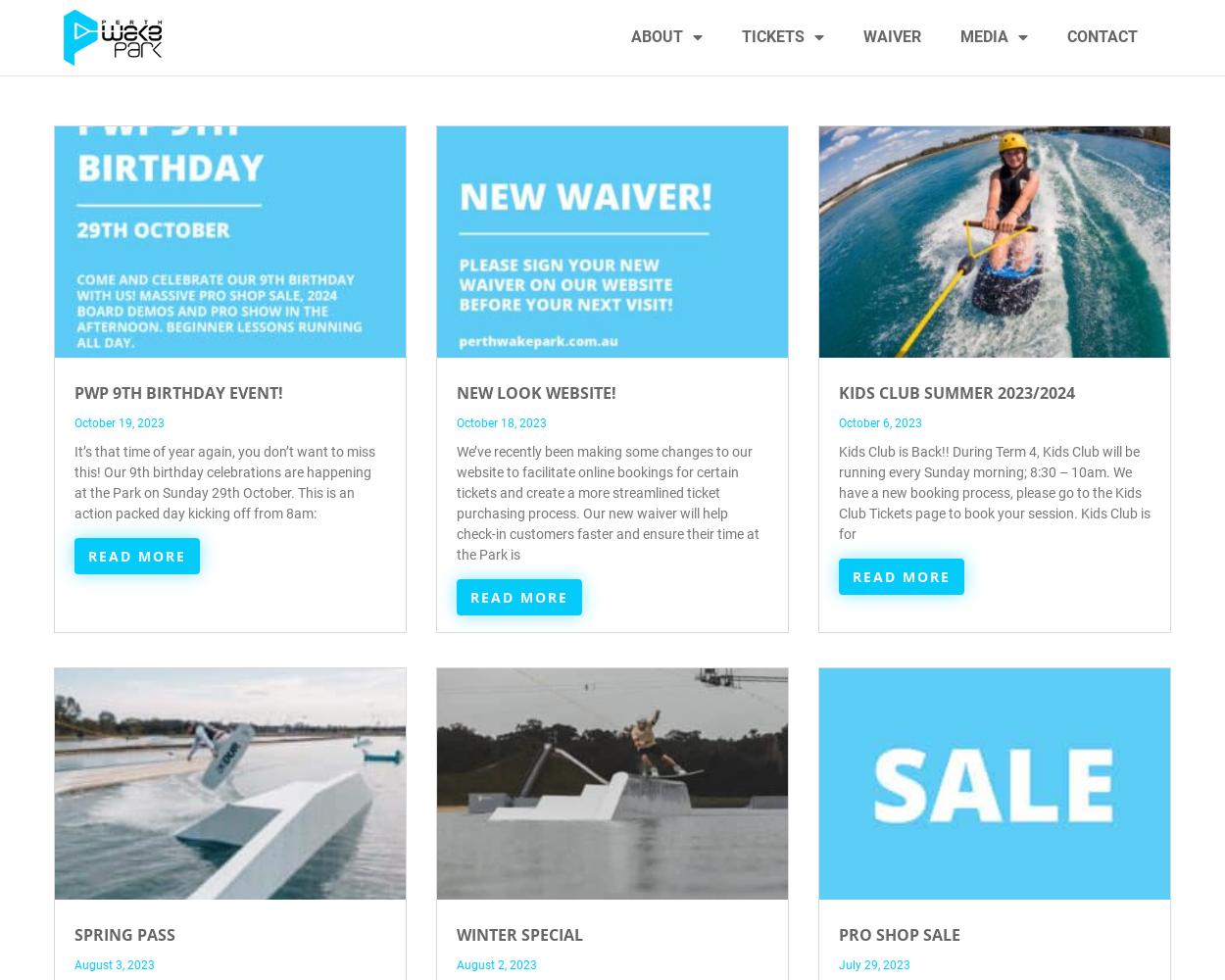 This screenshot has width=1225, height=980. Describe the element at coordinates (119, 423) in the screenshot. I see `'October 19, 2023'` at that location.